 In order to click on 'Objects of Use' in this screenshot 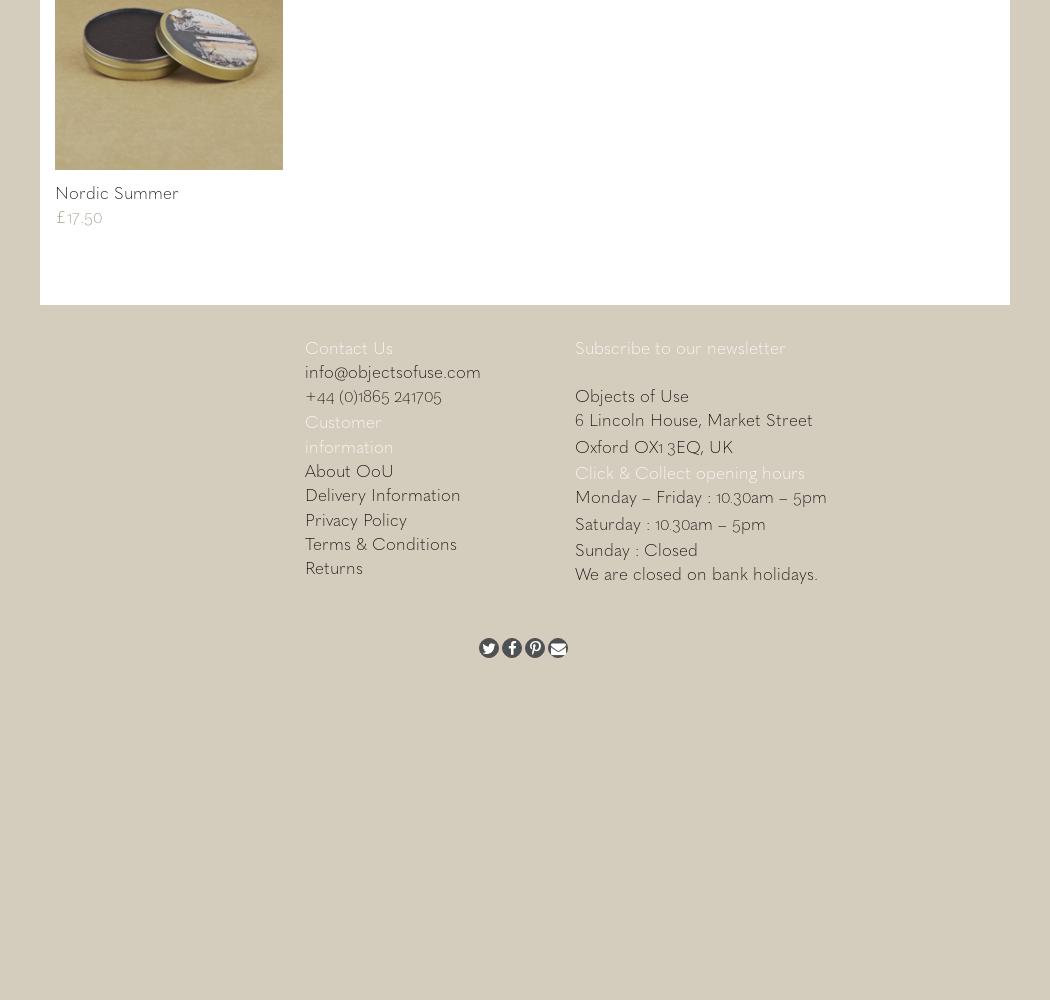, I will do `click(631, 394)`.